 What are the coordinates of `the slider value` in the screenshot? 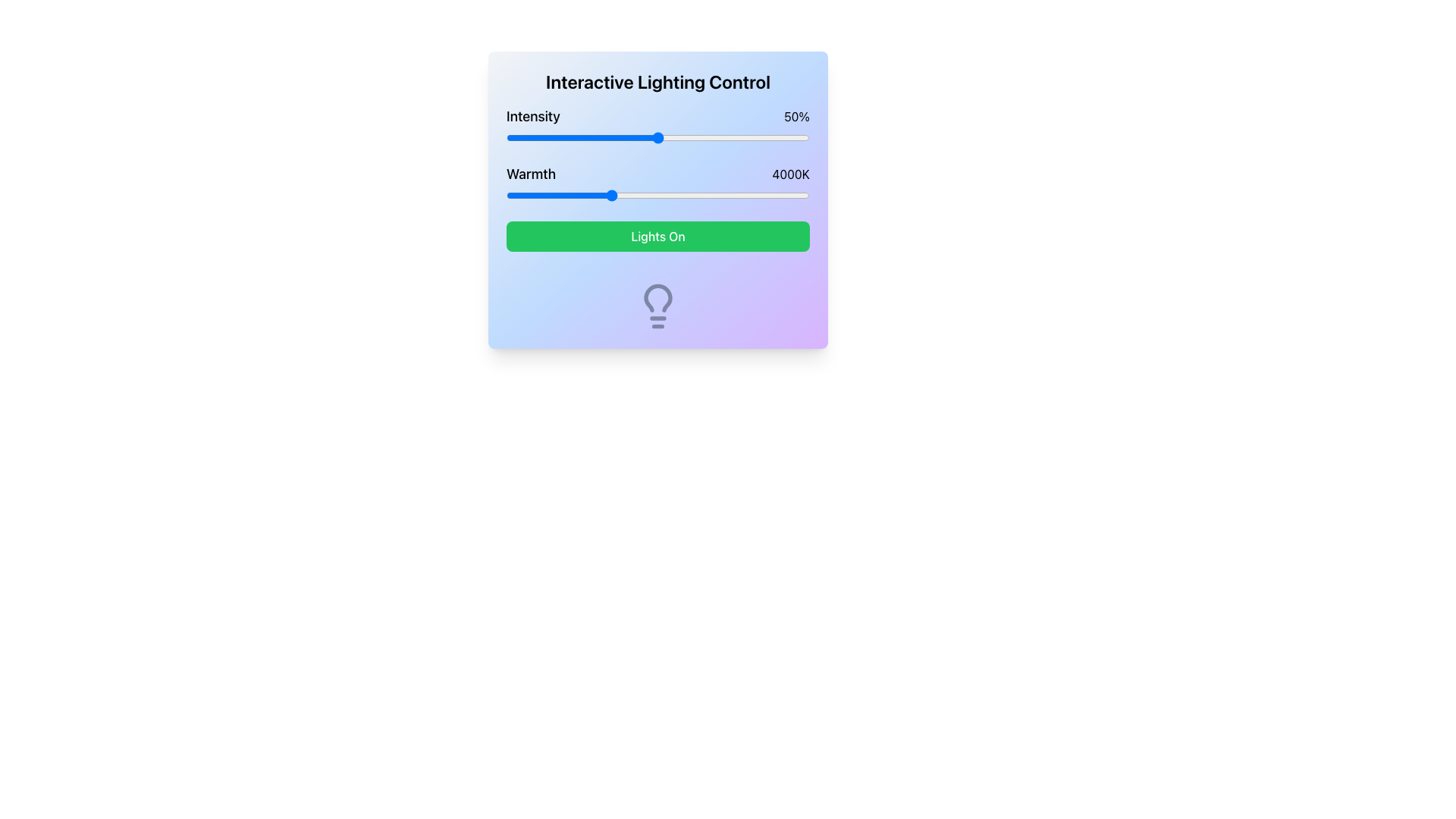 It's located at (664, 137).